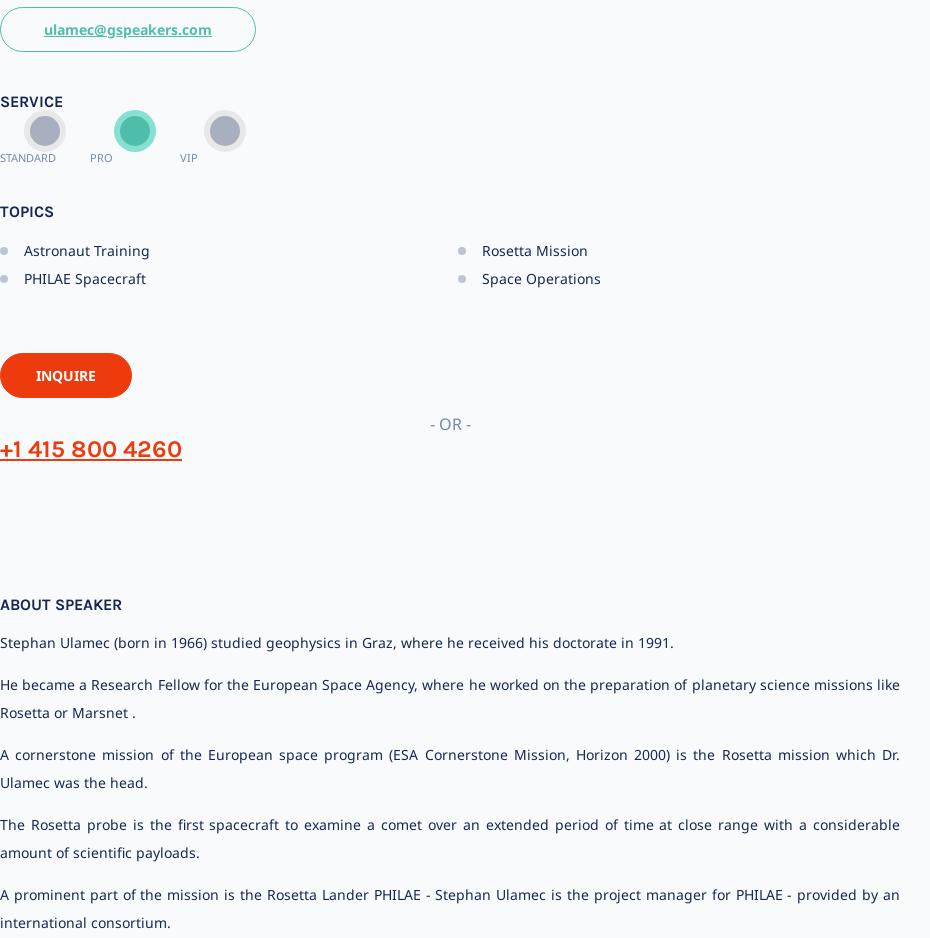 Image resolution: width=930 pixels, height=938 pixels. What do you see at coordinates (101, 156) in the screenshot?
I see `'PRO'` at bounding box center [101, 156].